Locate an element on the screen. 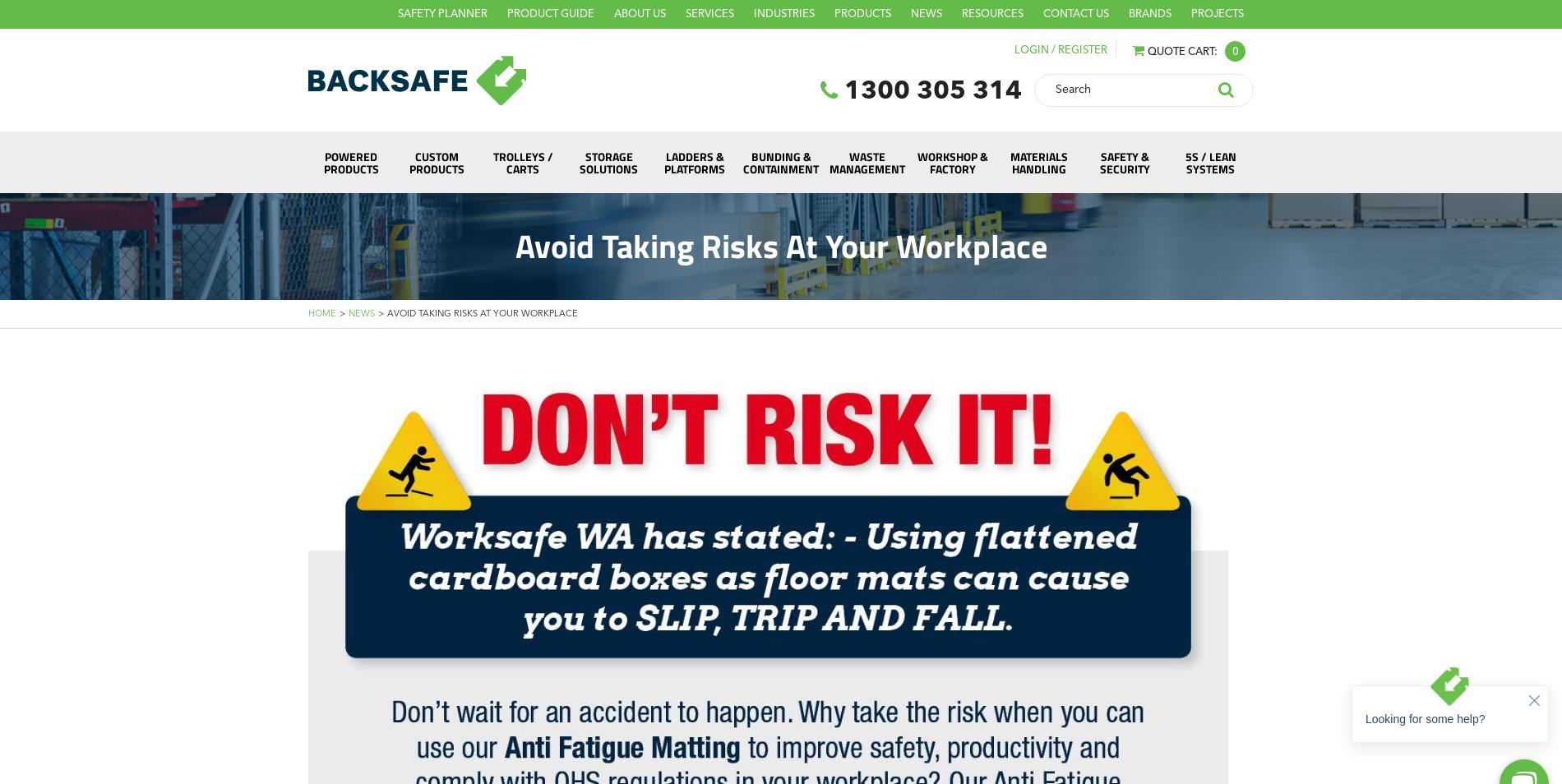 The height and width of the screenshot is (784, 1562). '5S / Lean Systems' is located at coordinates (1209, 161).